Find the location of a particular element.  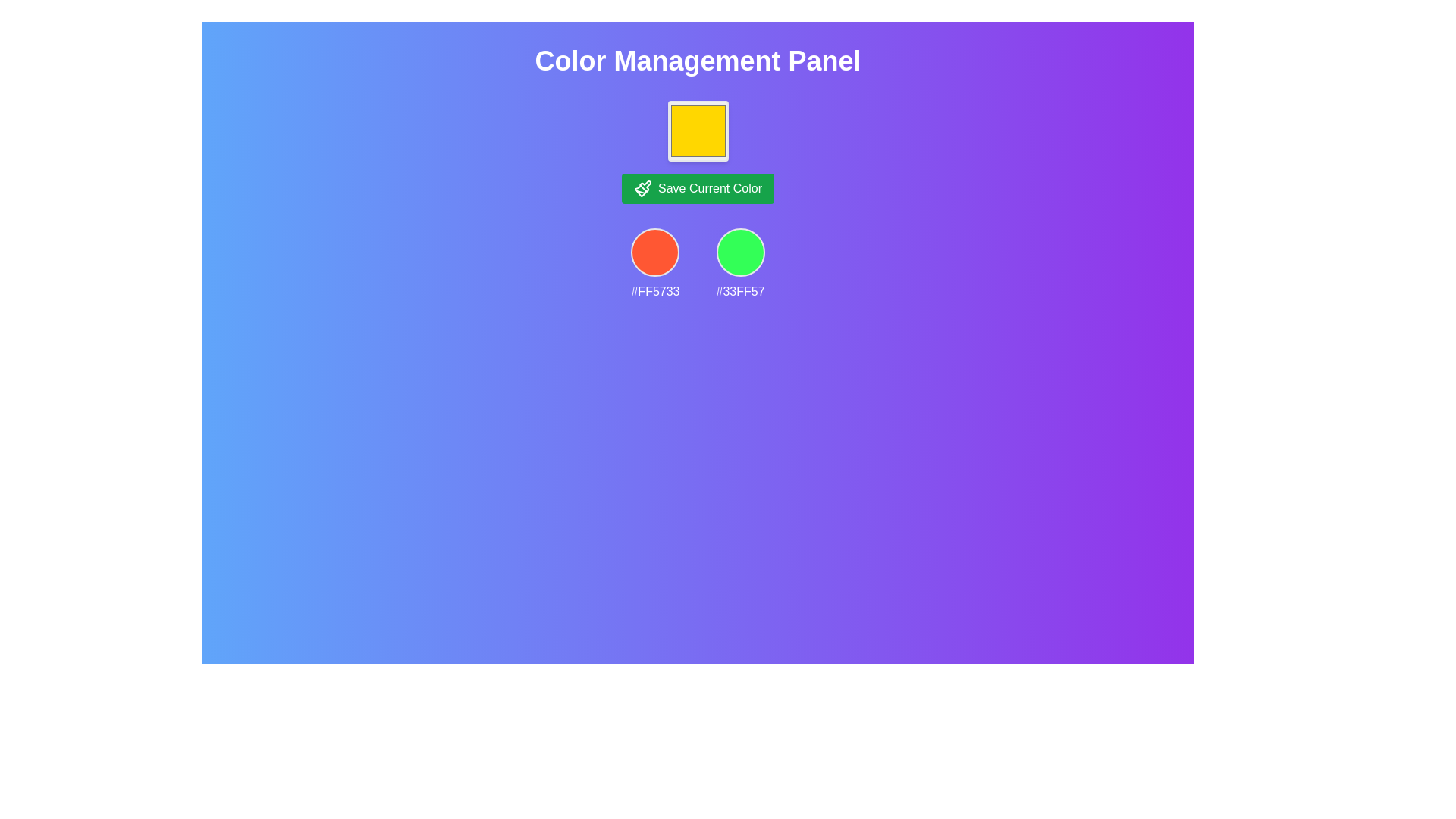

the green button labeled 'Save Current Color' with a paintbrush icon is located at coordinates (697, 188).